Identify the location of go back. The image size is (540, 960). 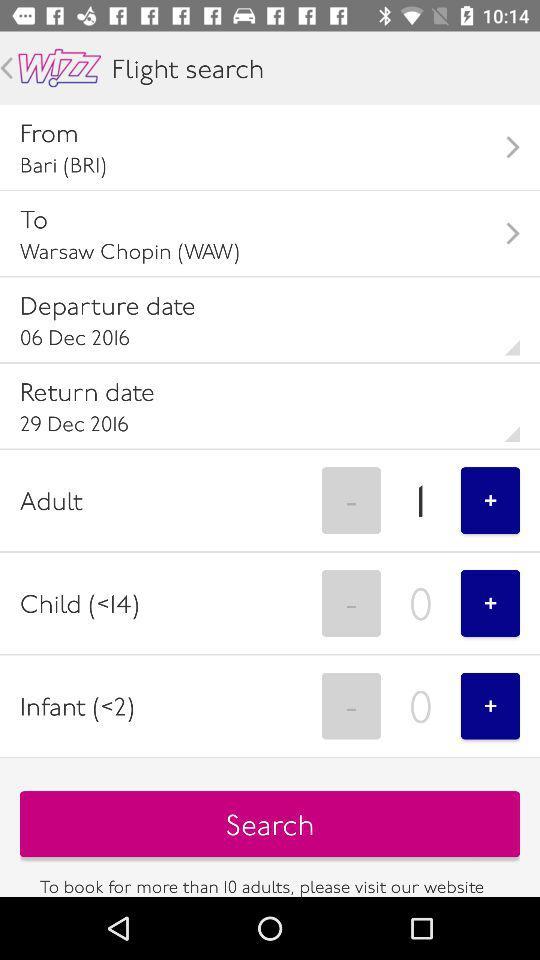
(5, 68).